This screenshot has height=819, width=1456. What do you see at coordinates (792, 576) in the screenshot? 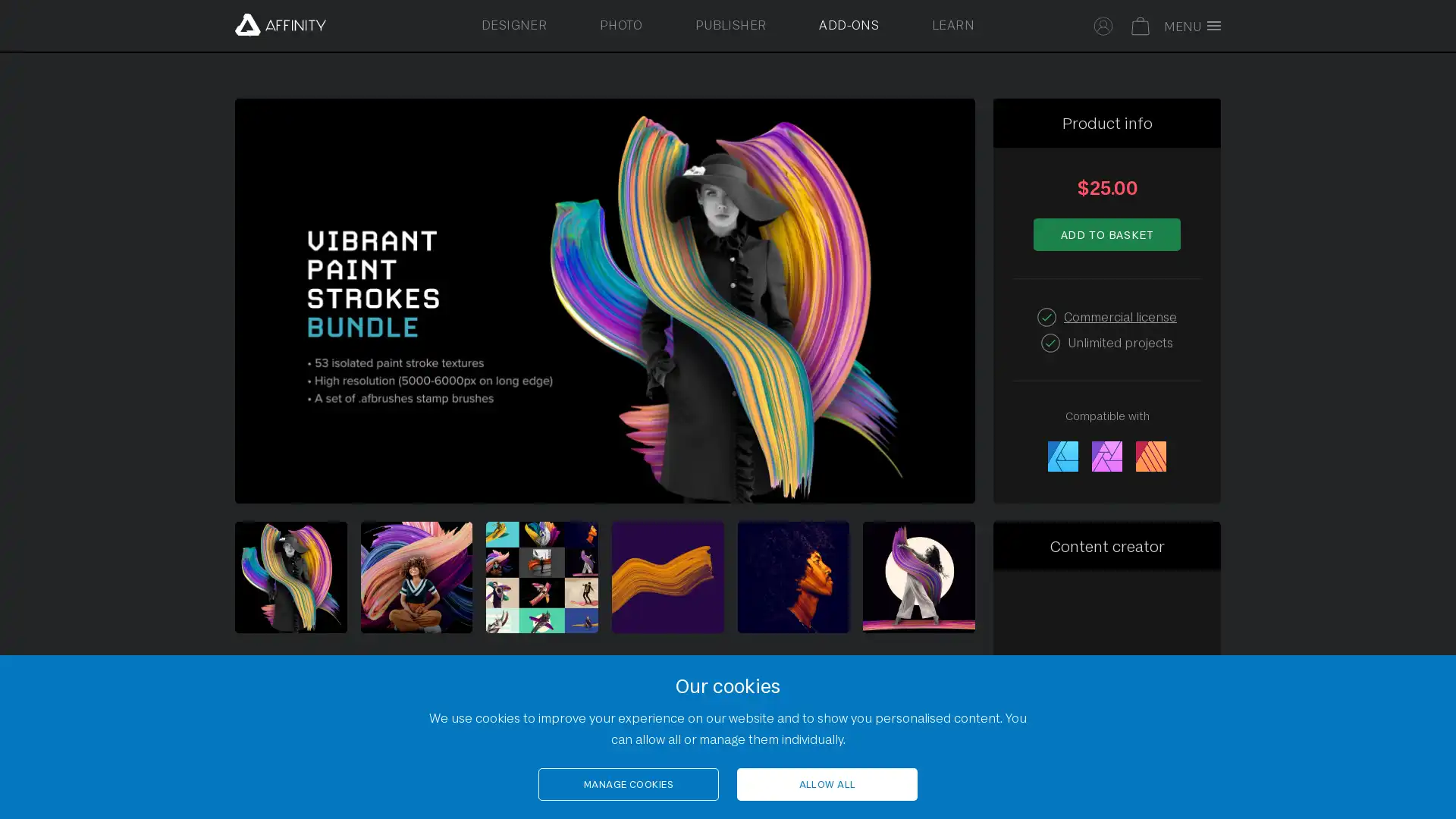
I see `Select to view image 5` at bounding box center [792, 576].